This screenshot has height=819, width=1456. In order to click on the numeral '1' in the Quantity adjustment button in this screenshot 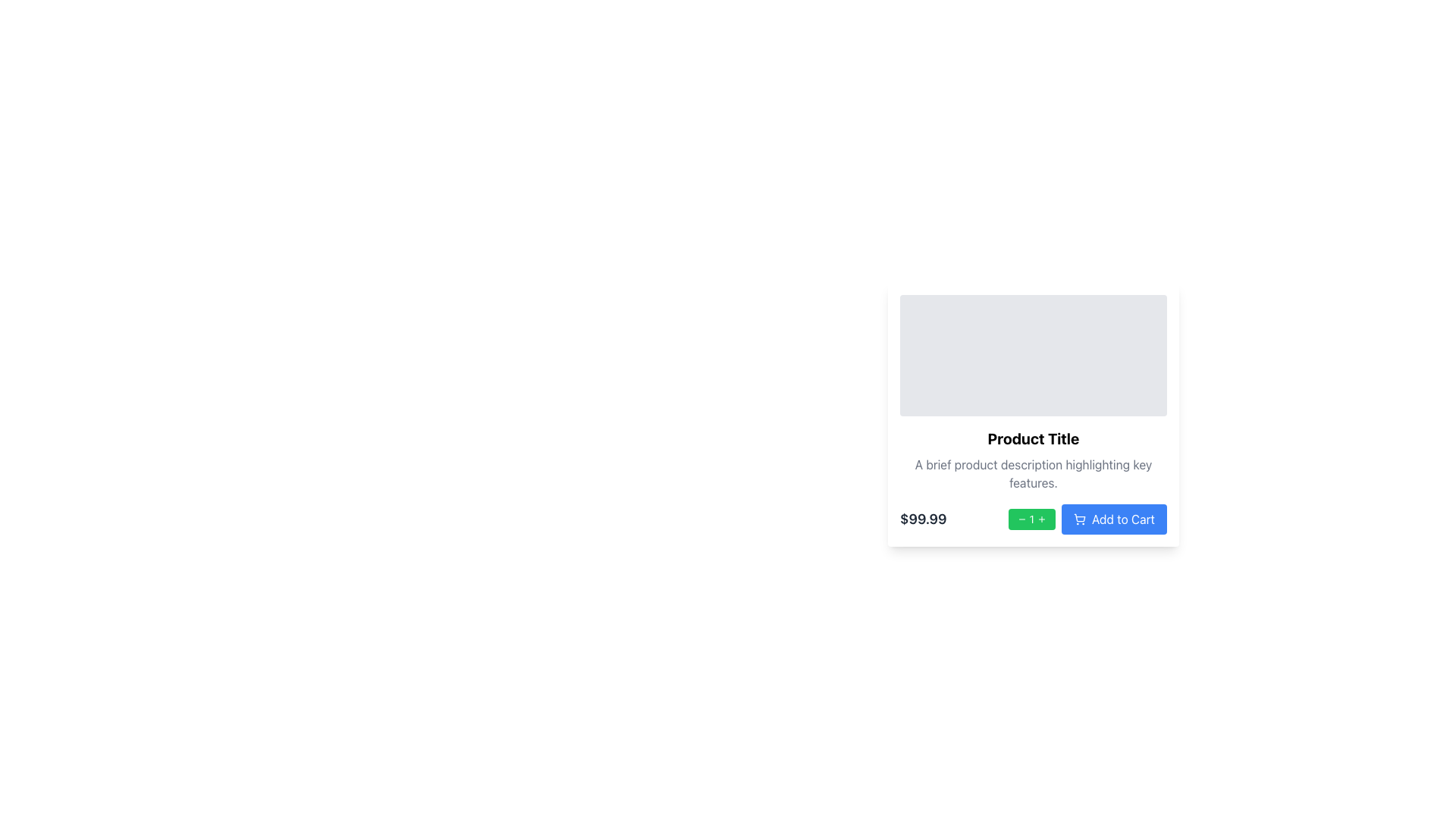, I will do `click(1031, 519)`.